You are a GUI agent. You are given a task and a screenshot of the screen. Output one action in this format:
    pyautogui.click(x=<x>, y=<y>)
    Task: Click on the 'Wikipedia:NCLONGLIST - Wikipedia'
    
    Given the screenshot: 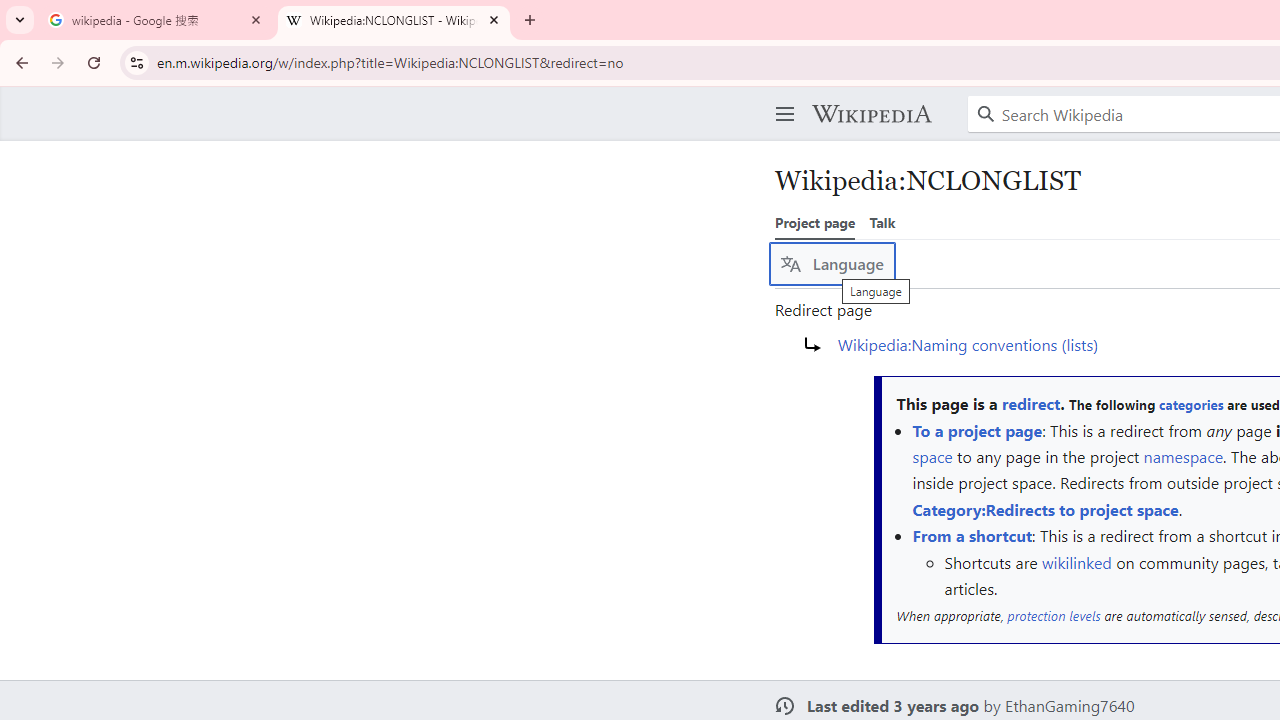 What is the action you would take?
    pyautogui.click(x=394, y=20)
    